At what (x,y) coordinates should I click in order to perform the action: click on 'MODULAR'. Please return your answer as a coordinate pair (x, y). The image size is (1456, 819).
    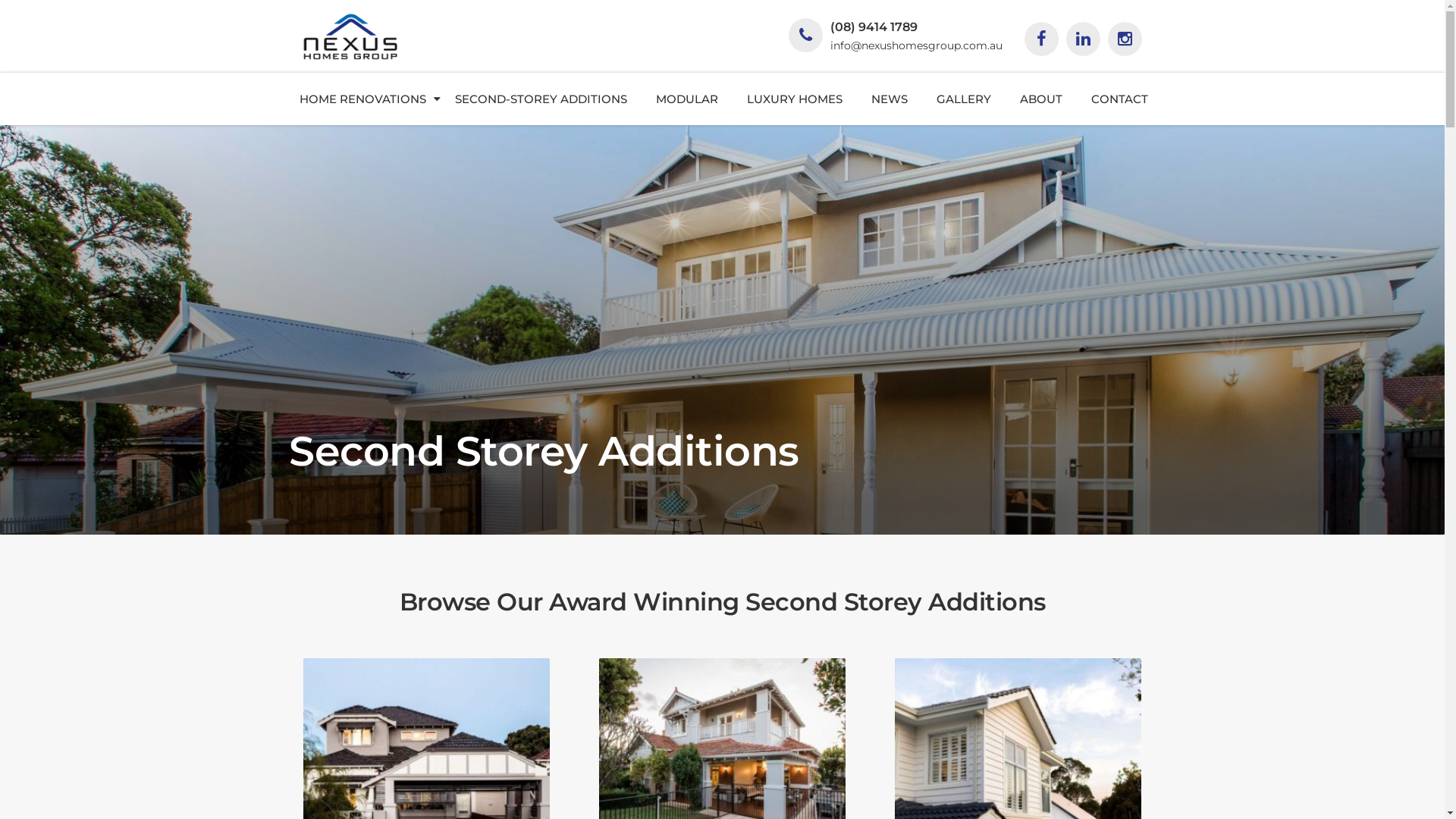
    Looking at the image, I should click on (641, 99).